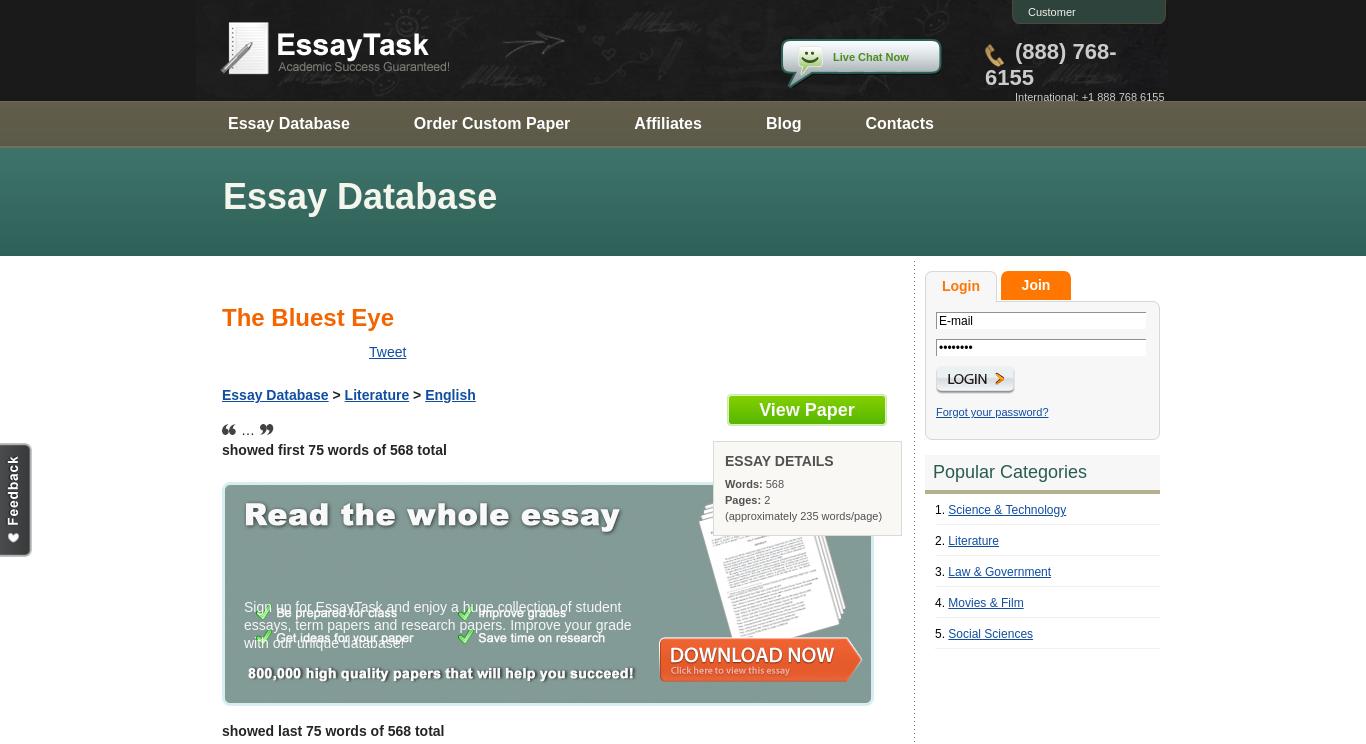 This screenshot has width=1366, height=744. Describe the element at coordinates (897, 122) in the screenshot. I see `'Contacts'` at that location.